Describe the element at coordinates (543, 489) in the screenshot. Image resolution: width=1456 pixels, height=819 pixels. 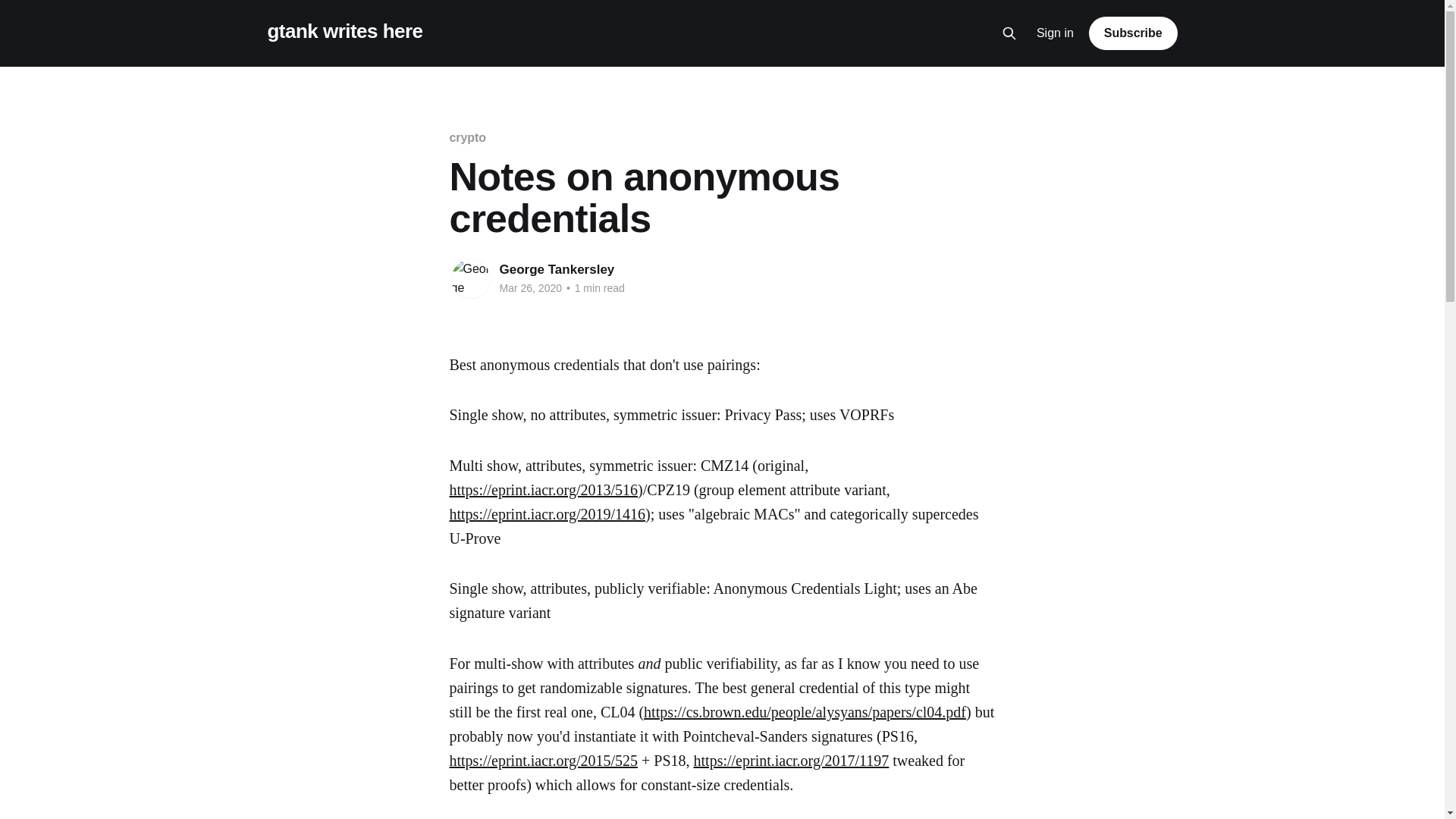
I see `'https://eprint.iacr.org/2013/516'` at that location.